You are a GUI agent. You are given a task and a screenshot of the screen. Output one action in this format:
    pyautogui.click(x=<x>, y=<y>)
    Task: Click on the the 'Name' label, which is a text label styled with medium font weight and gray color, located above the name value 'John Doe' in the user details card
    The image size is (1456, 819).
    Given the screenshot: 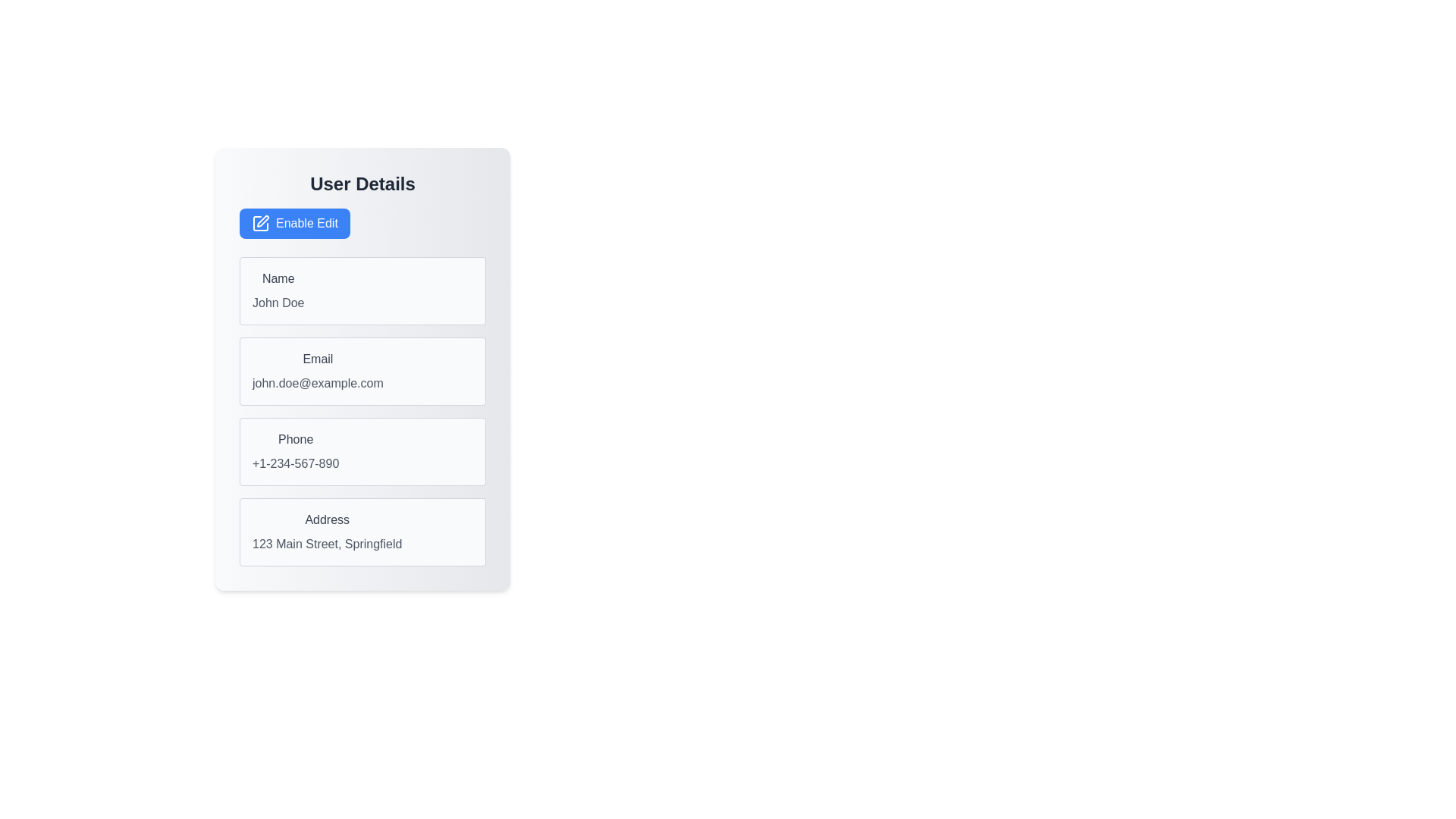 What is the action you would take?
    pyautogui.click(x=278, y=278)
    